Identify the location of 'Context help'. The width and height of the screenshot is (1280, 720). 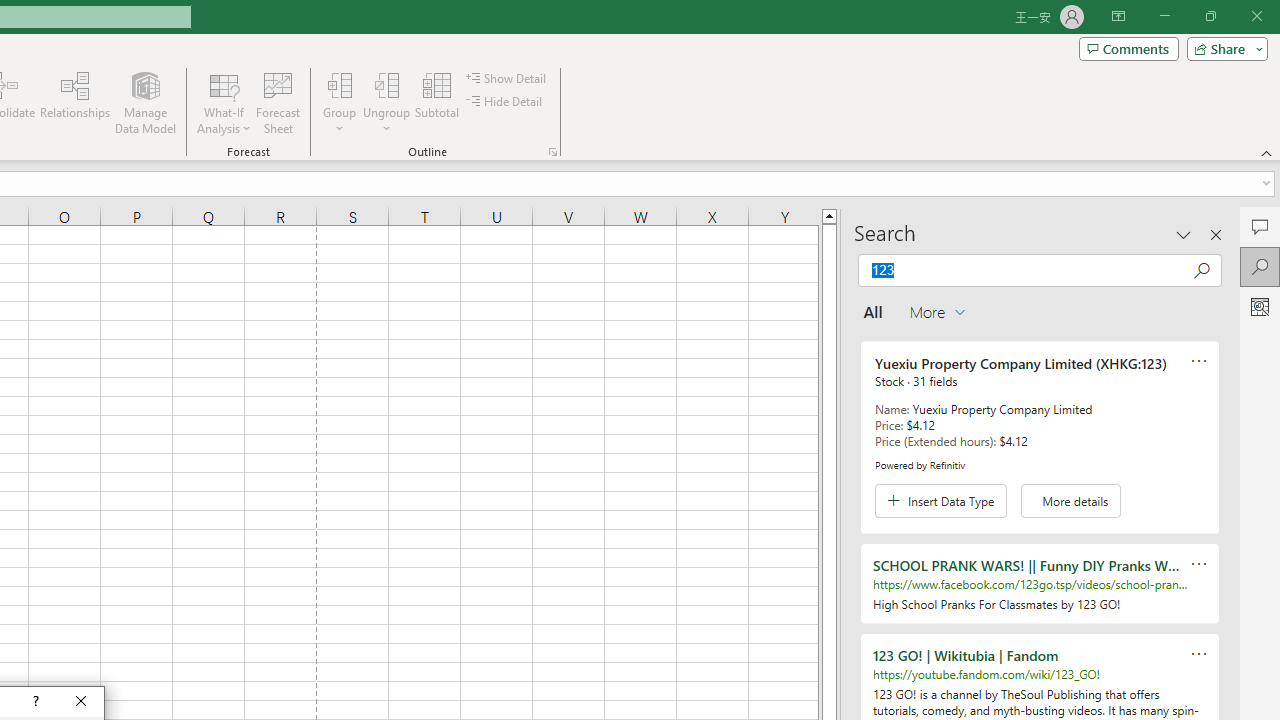
(34, 701).